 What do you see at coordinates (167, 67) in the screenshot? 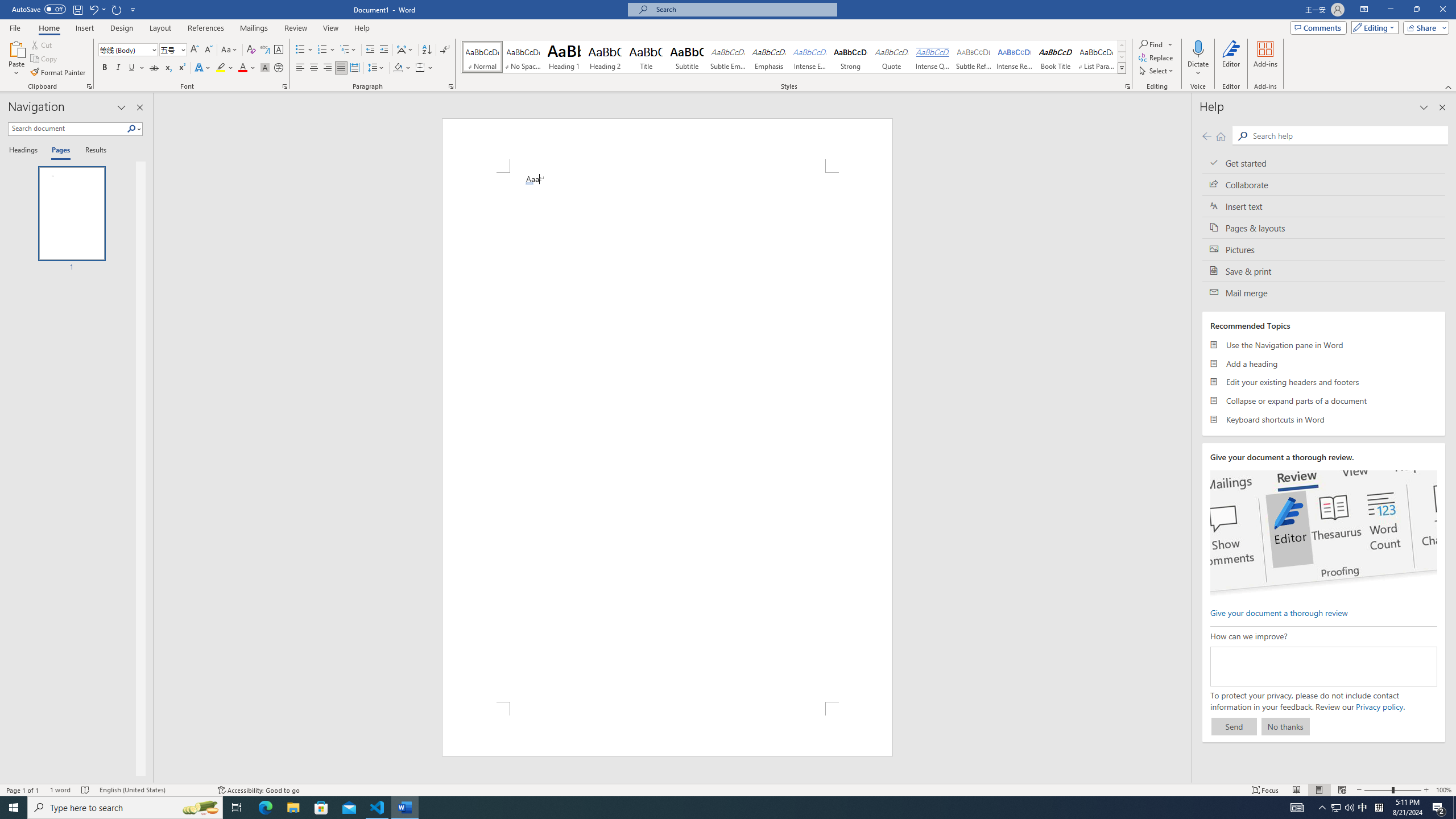
I see `'Subscript'` at bounding box center [167, 67].